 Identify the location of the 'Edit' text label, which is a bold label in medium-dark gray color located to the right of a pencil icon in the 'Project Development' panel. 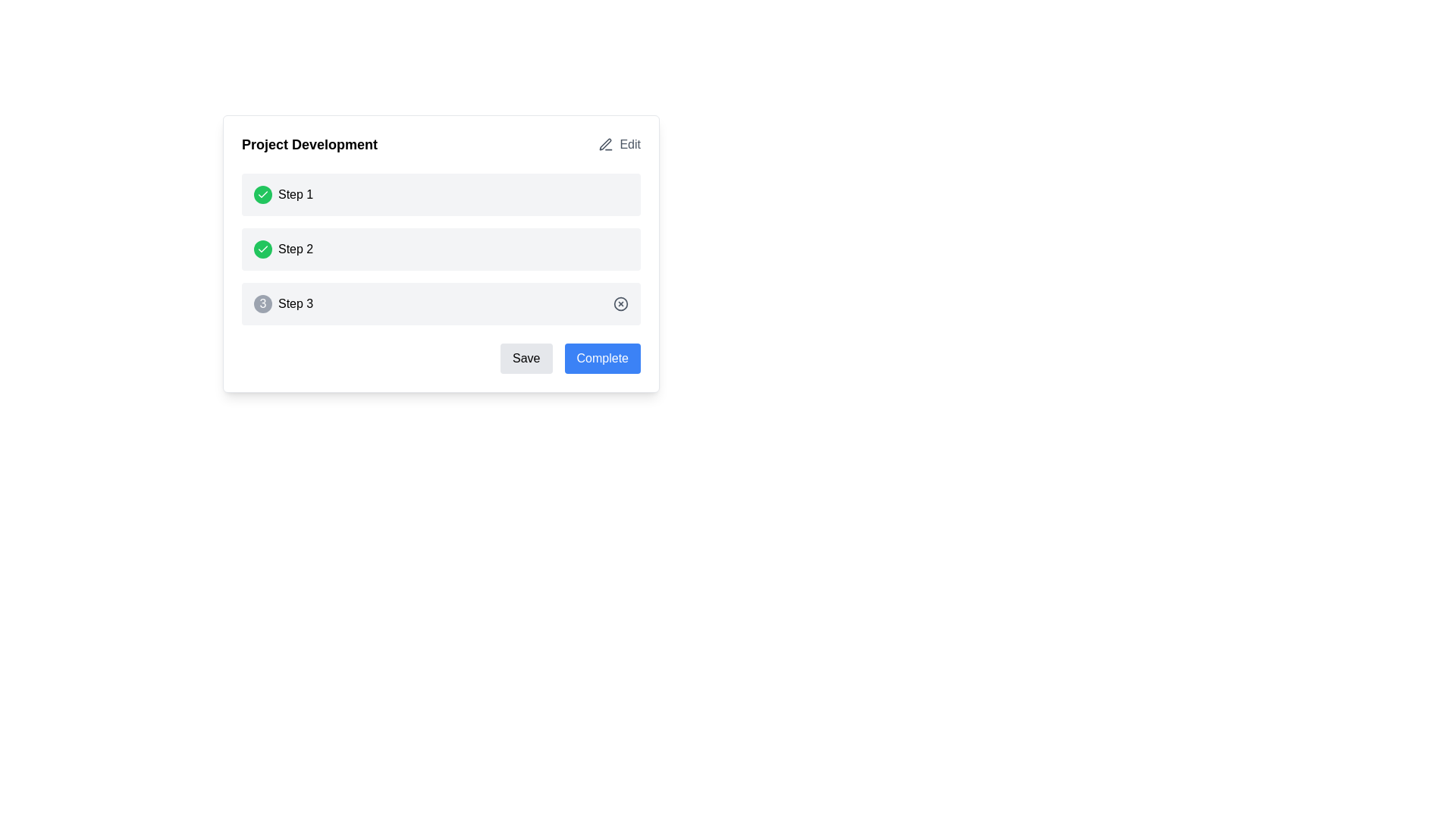
(630, 145).